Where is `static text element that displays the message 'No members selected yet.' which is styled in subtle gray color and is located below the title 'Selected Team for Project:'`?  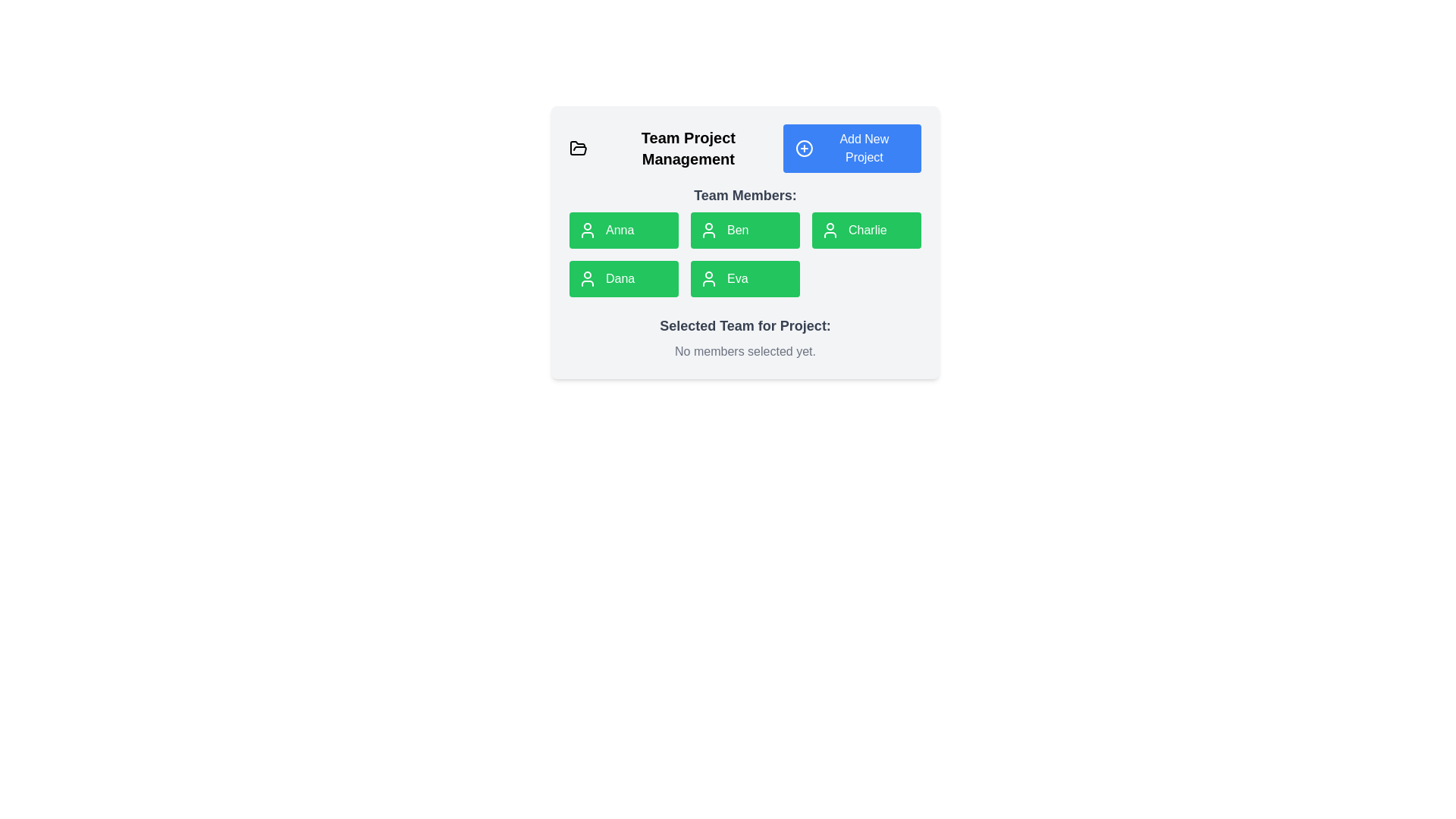 static text element that displays the message 'No members selected yet.' which is styled in subtle gray color and is located below the title 'Selected Team for Project:' is located at coordinates (745, 351).